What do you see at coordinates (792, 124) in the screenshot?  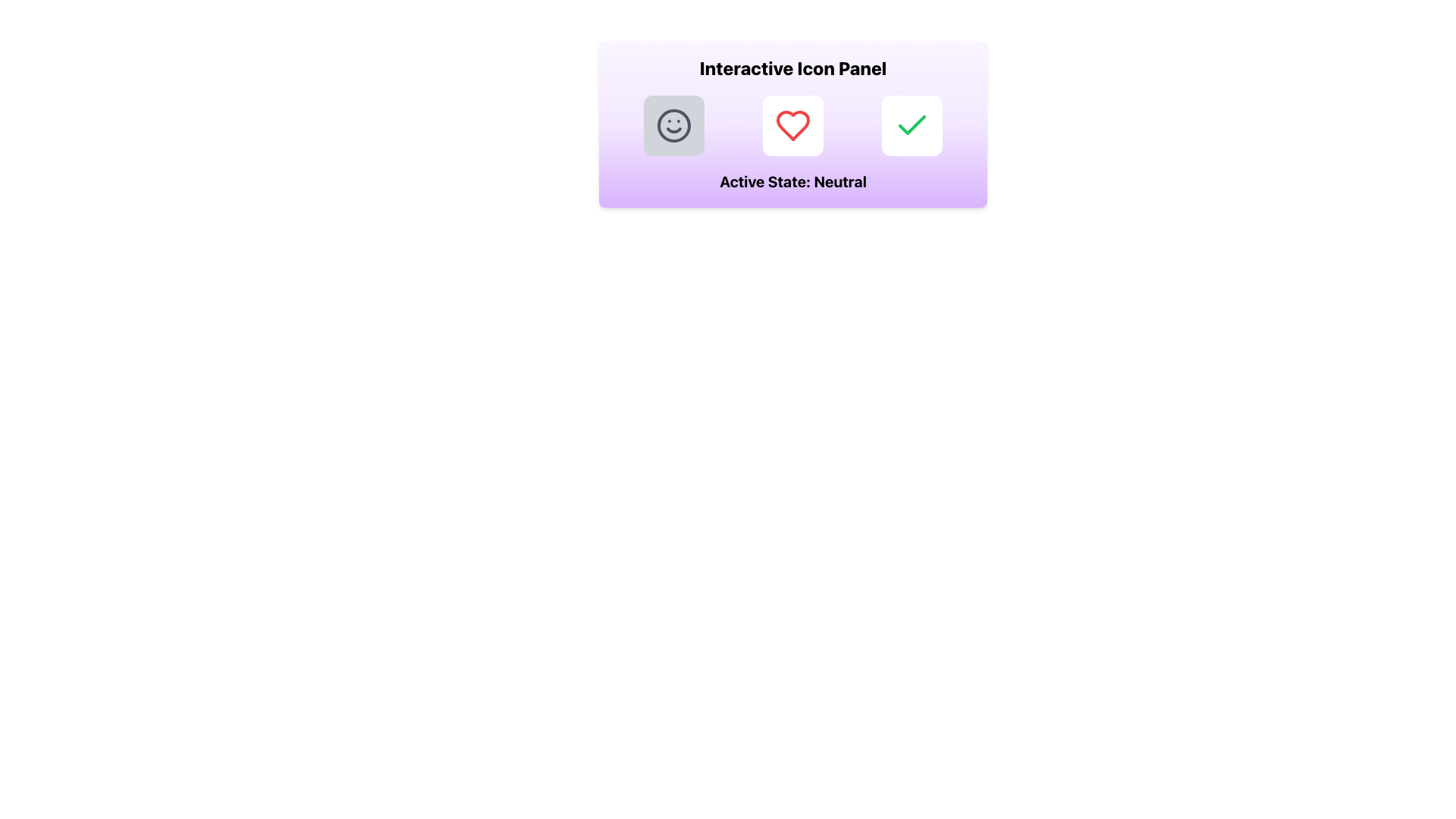 I see `the square button with rounded corners, featuring a white background and a red heart icon, positioned between the gray-smiley-face button and the green-checkmark button` at bounding box center [792, 124].